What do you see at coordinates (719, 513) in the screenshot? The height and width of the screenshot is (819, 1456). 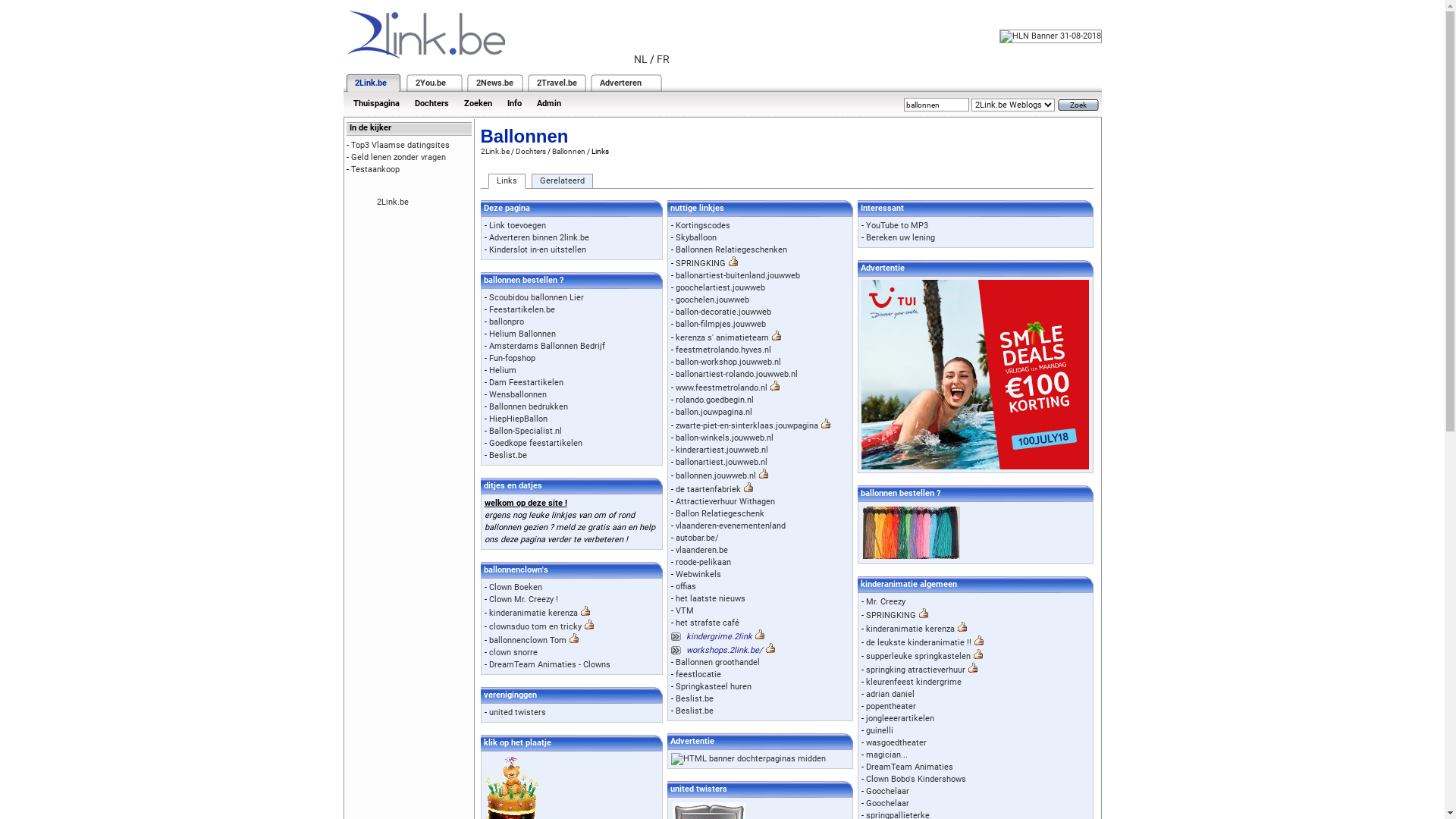 I see `'Ballon Relatiegeschenk'` at bounding box center [719, 513].